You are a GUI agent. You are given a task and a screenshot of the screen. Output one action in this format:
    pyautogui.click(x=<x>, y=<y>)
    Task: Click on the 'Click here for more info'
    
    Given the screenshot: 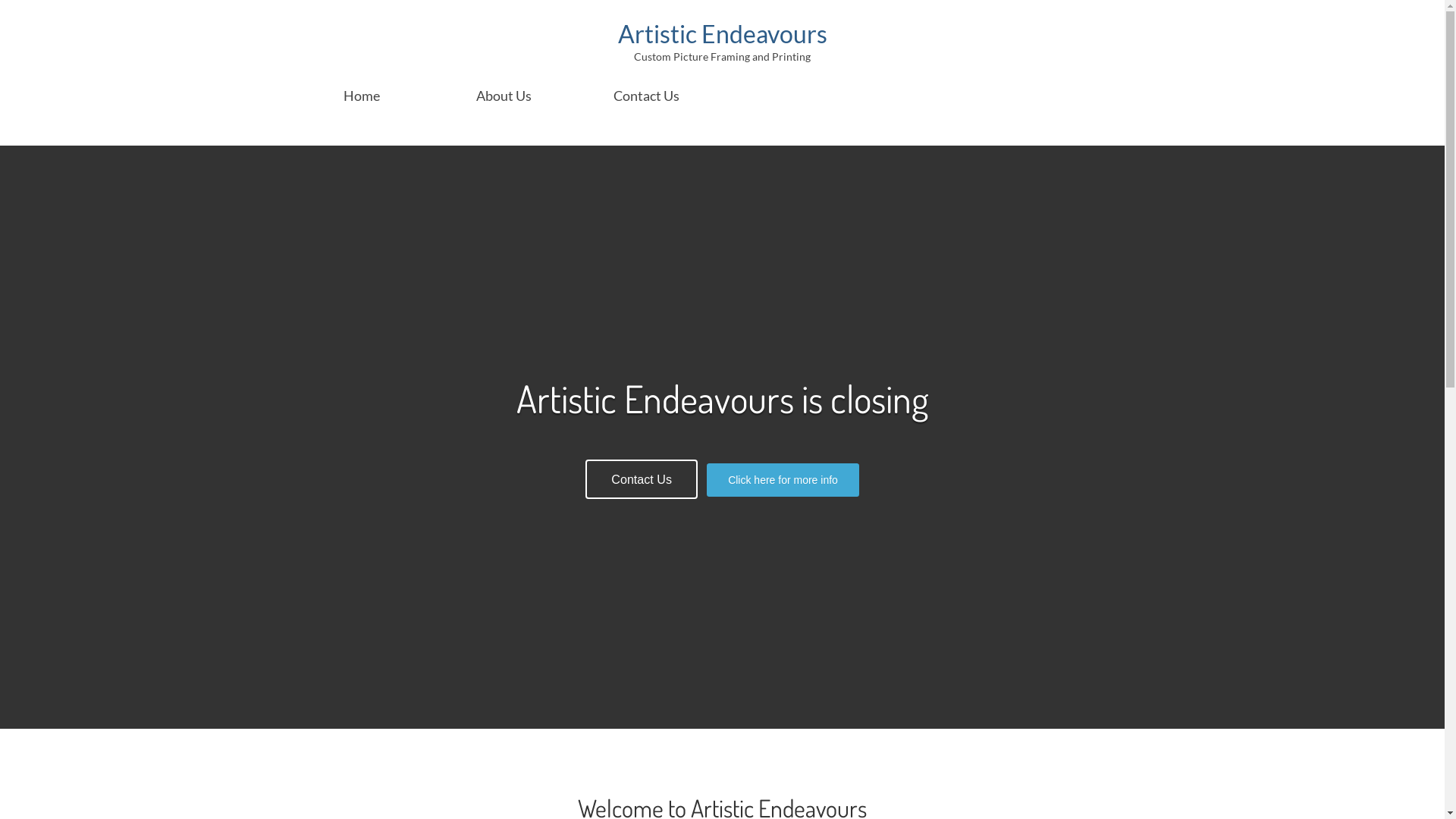 What is the action you would take?
    pyautogui.click(x=783, y=479)
    